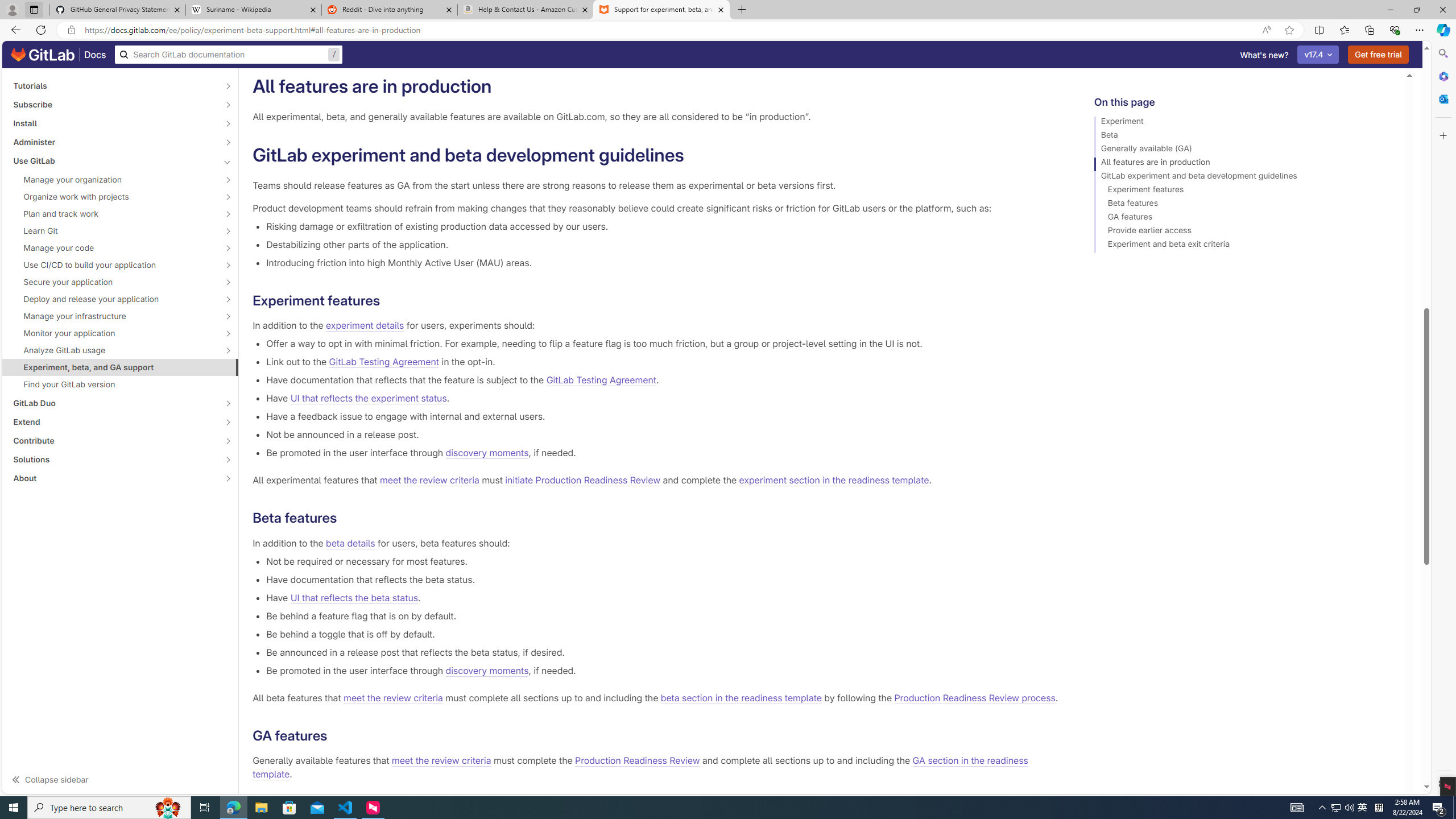 This screenshot has height=819, width=1456. Describe the element at coordinates (365, 325) in the screenshot. I see `'experiment details'` at that location.